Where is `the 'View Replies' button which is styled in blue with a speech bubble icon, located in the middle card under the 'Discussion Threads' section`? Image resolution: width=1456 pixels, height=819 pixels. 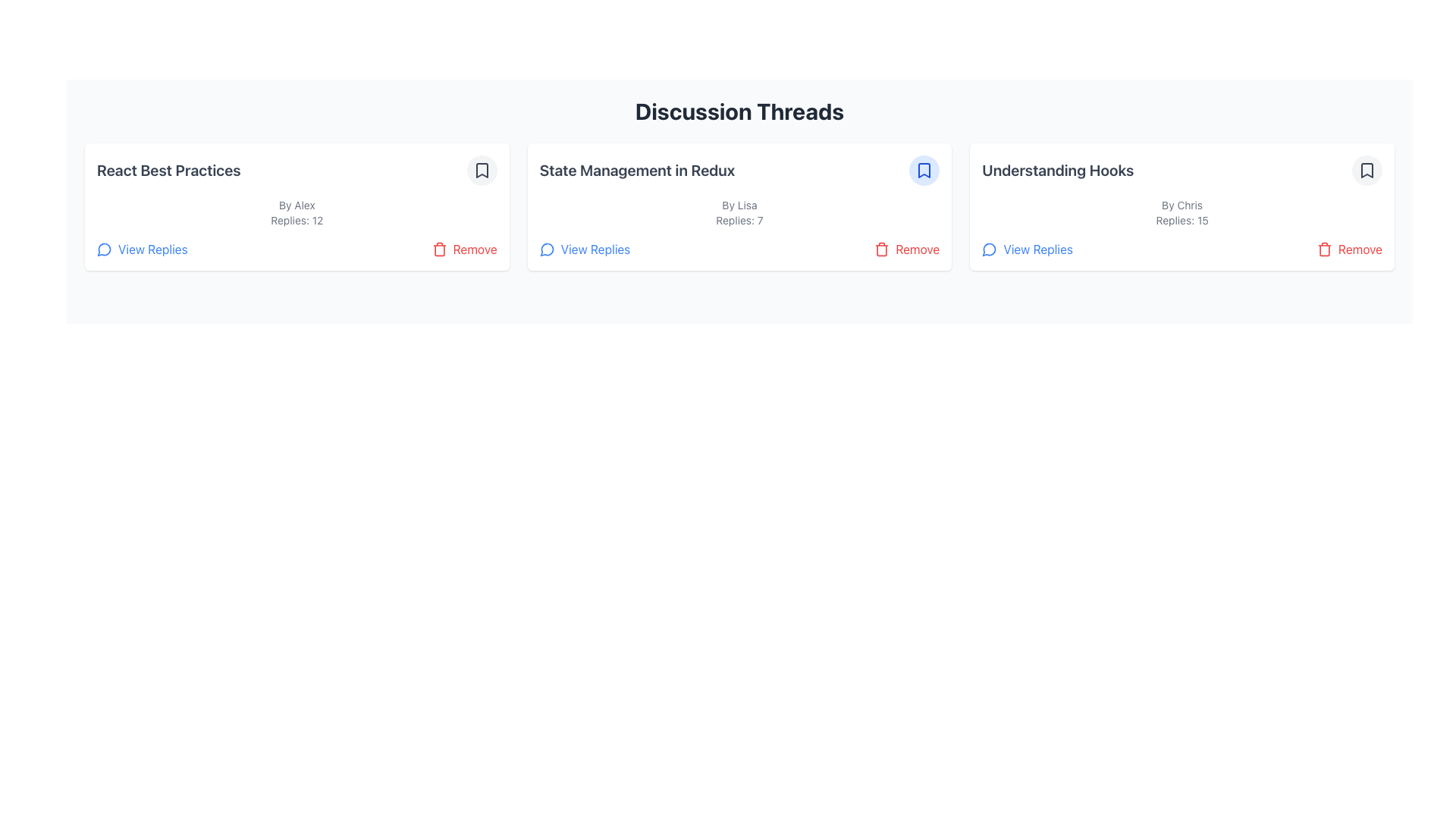 the 'View Replies' button which is styled in blue with a speech bubble icon, located in the middle card under the 'Discussion Threads' section is located at coordinates (584, 248).